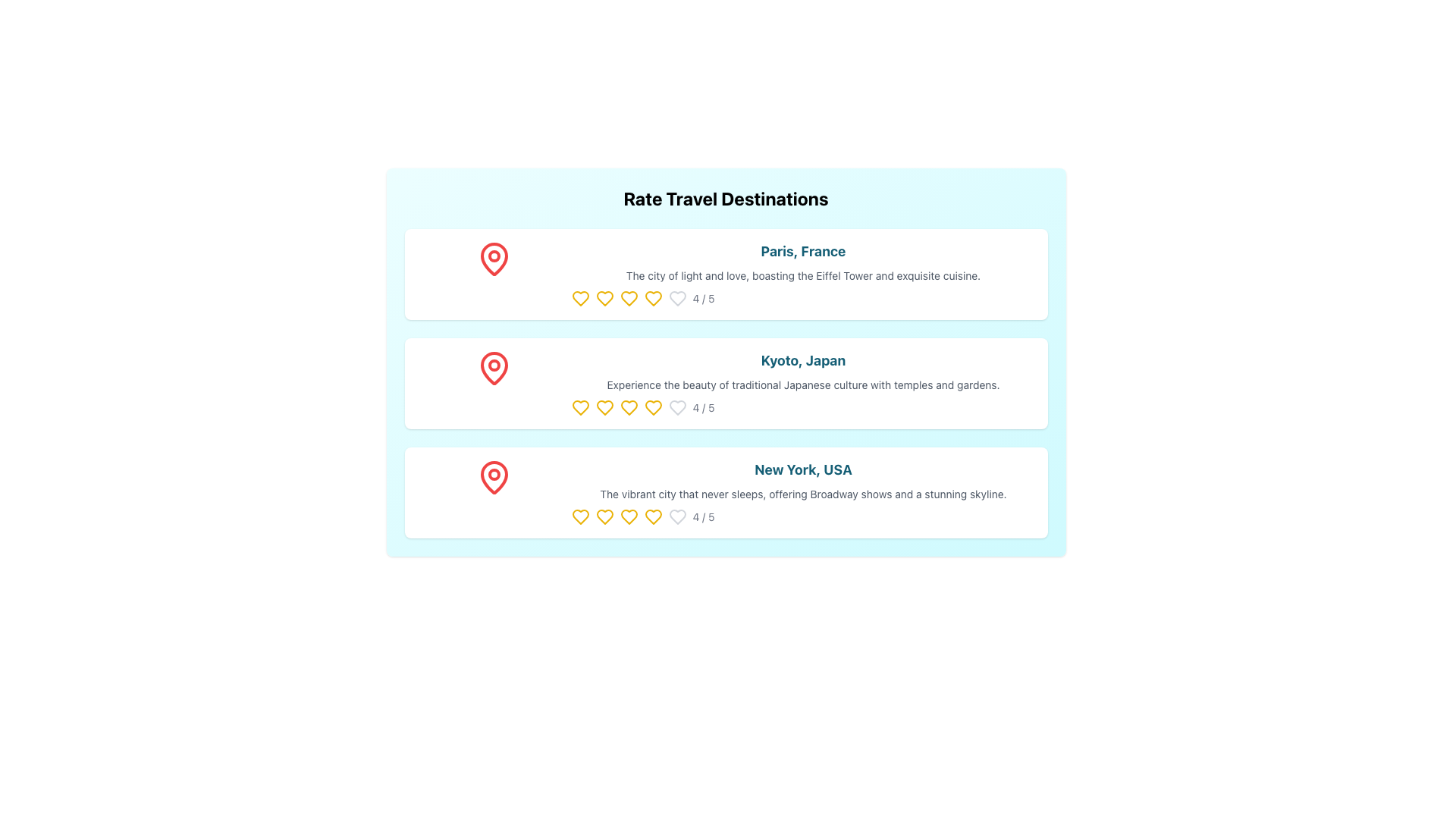  What do you see at coordinates (494, 259) in the screenshot?
I see `the location pin icon with a red border, which is the first in a vertical list of travel destination pins, located to the left of the text blocks` at bounding box center [494, 259].